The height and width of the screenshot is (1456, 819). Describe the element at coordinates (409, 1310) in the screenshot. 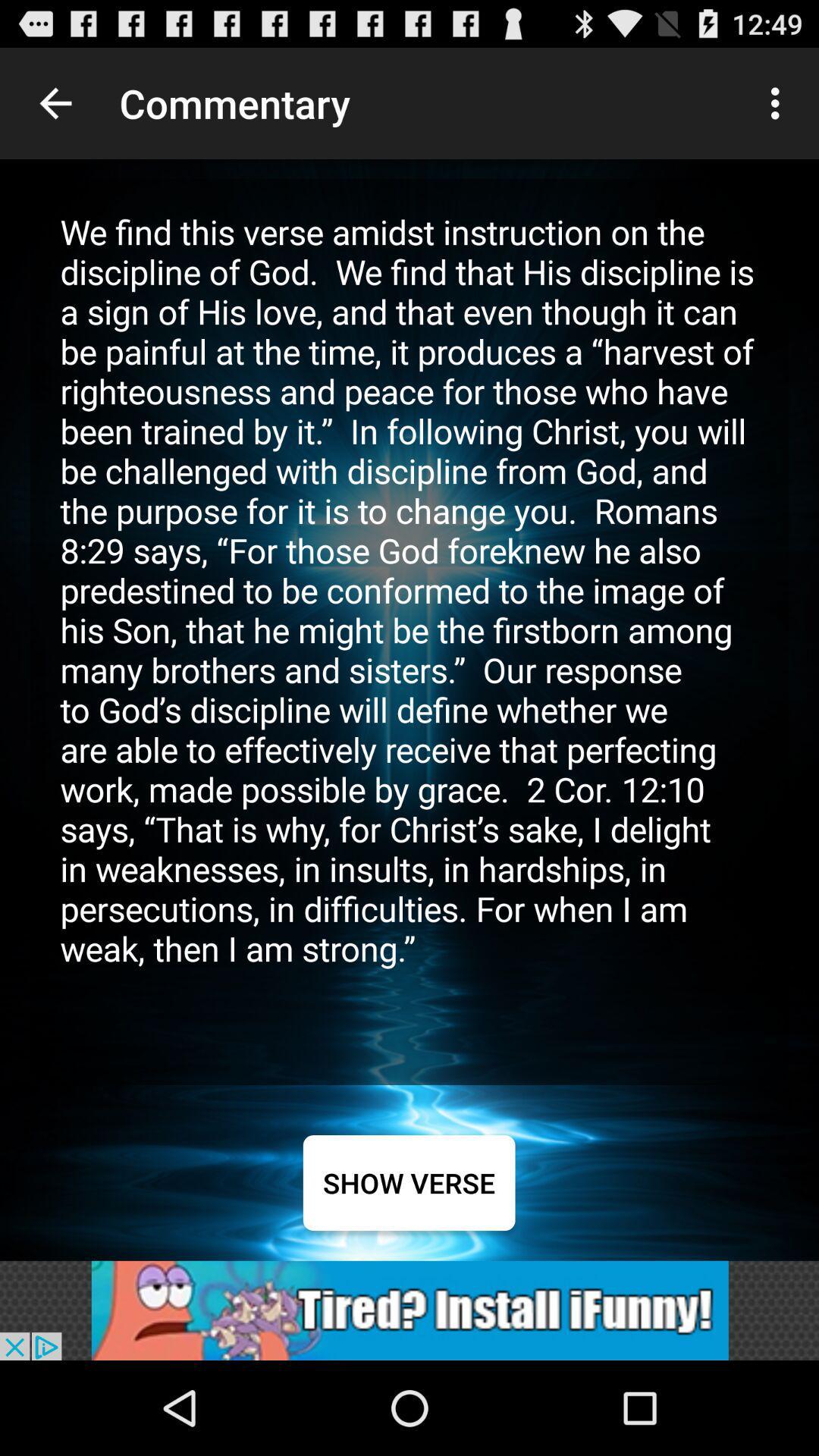

I see `view funny advertisements options` at that location.